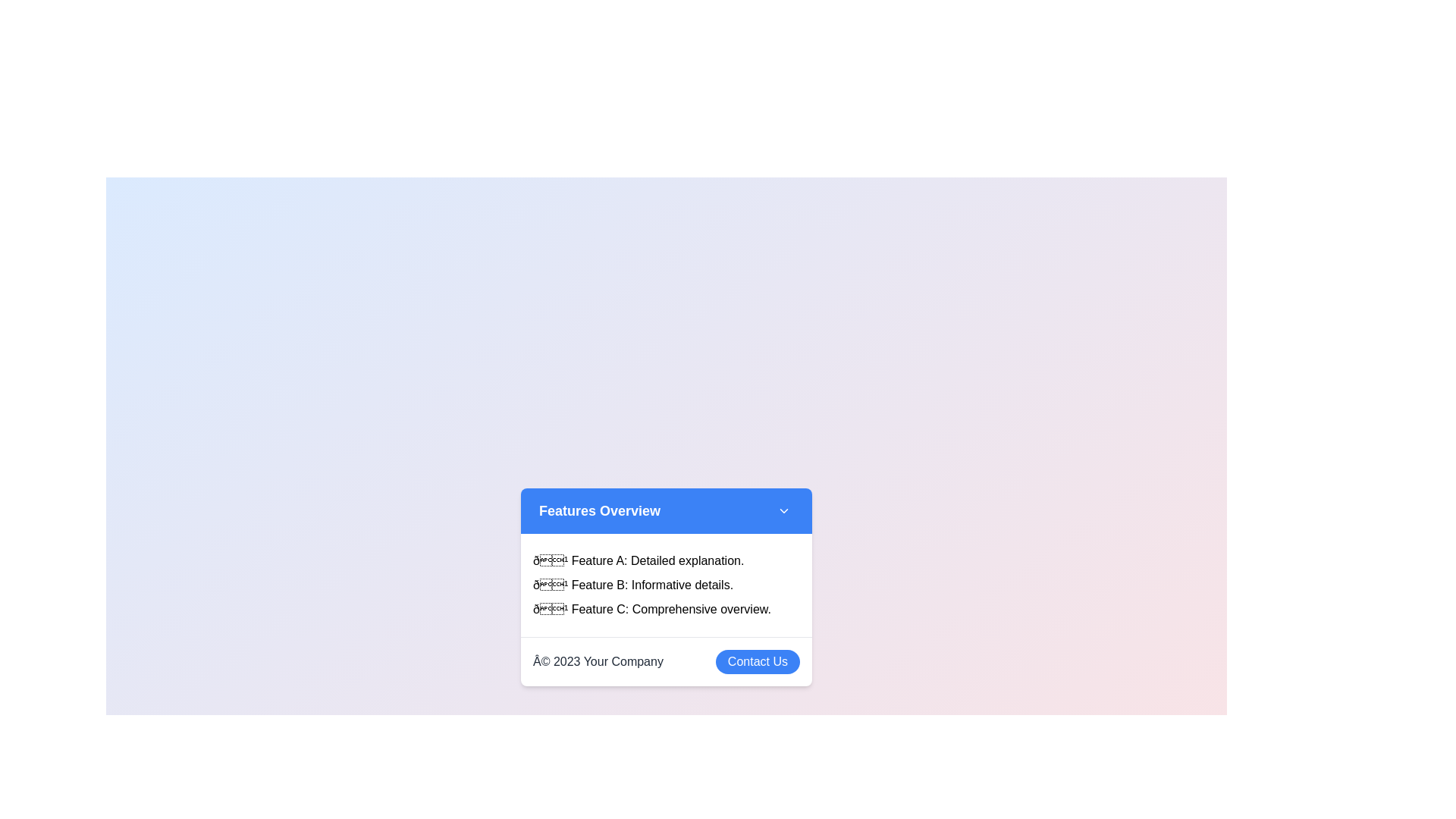  What do you see at coordinates (758, 661) in the screenshot?
I see `the 'Contact Us' button located in the bottom right corner of the footer section` at bounding box center [758, 661].